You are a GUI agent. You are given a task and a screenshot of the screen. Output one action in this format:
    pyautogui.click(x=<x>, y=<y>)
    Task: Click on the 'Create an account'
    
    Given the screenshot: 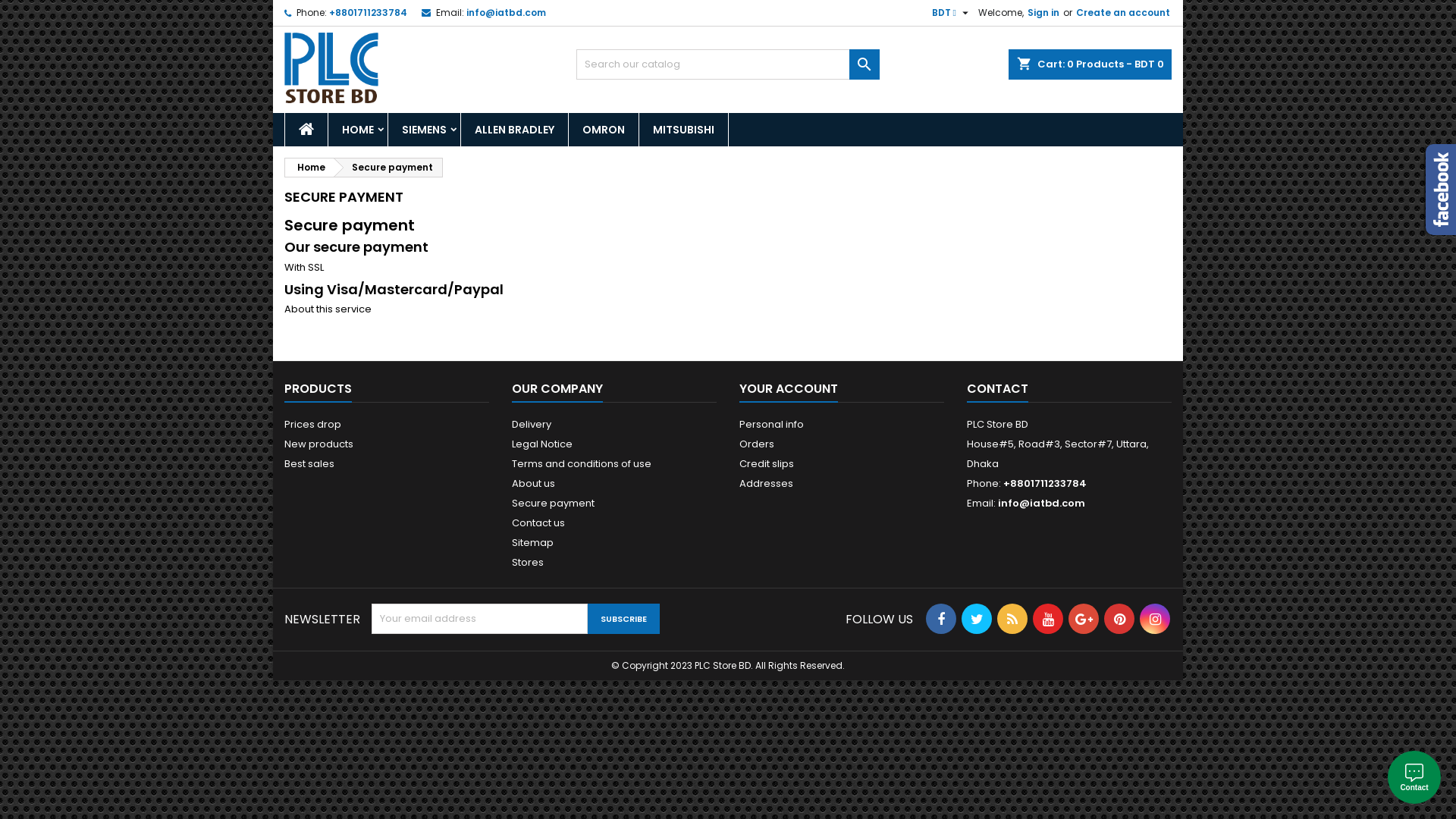 What is the action you would take?
    pyautogui.click(x=1073, y=12)
    